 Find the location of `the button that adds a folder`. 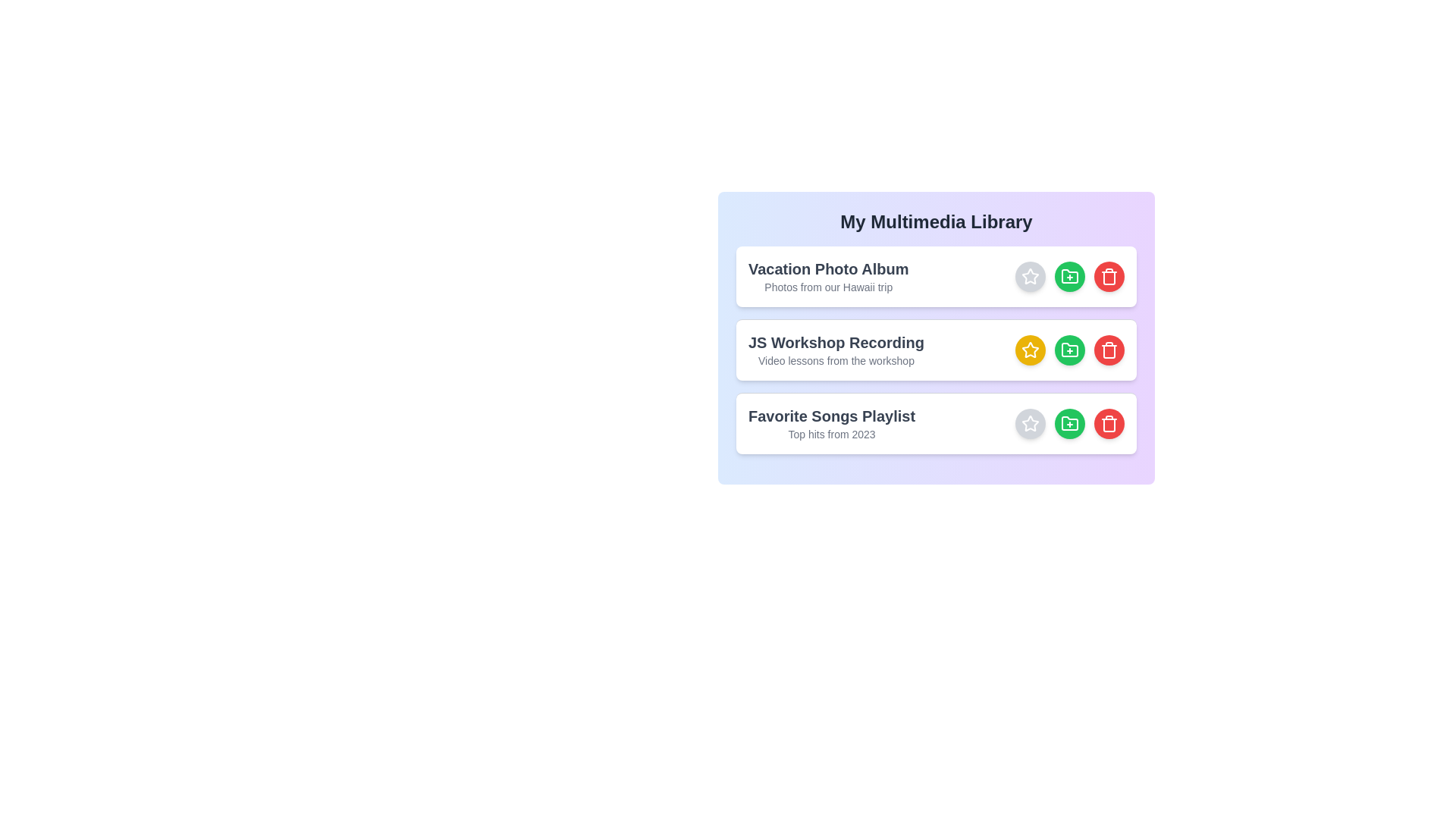

the button that adds a folder is located at coordinates (1069, 350).